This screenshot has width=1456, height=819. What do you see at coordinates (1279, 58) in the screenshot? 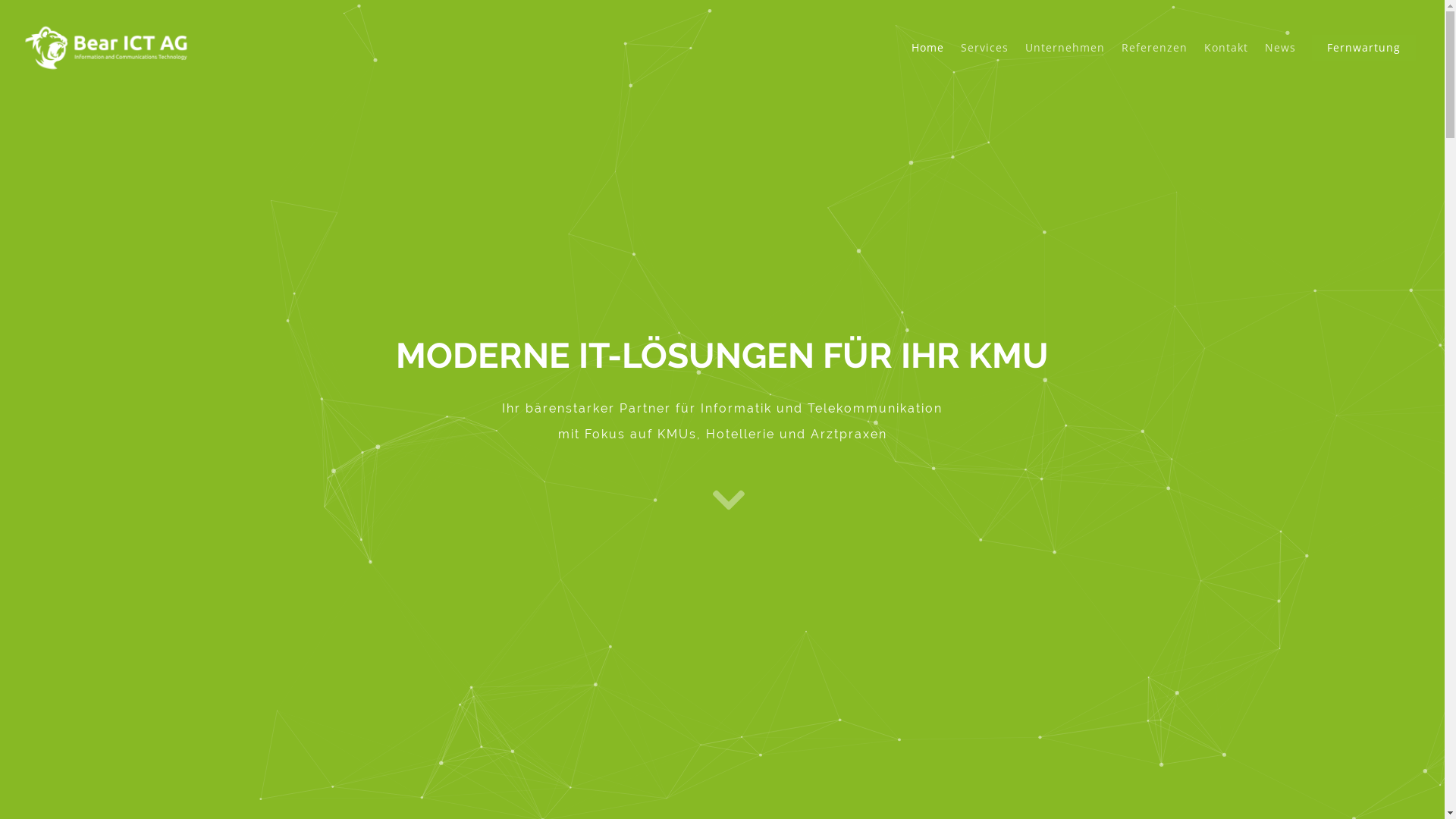
I see `'News'` at bounding box center [1279, 58].